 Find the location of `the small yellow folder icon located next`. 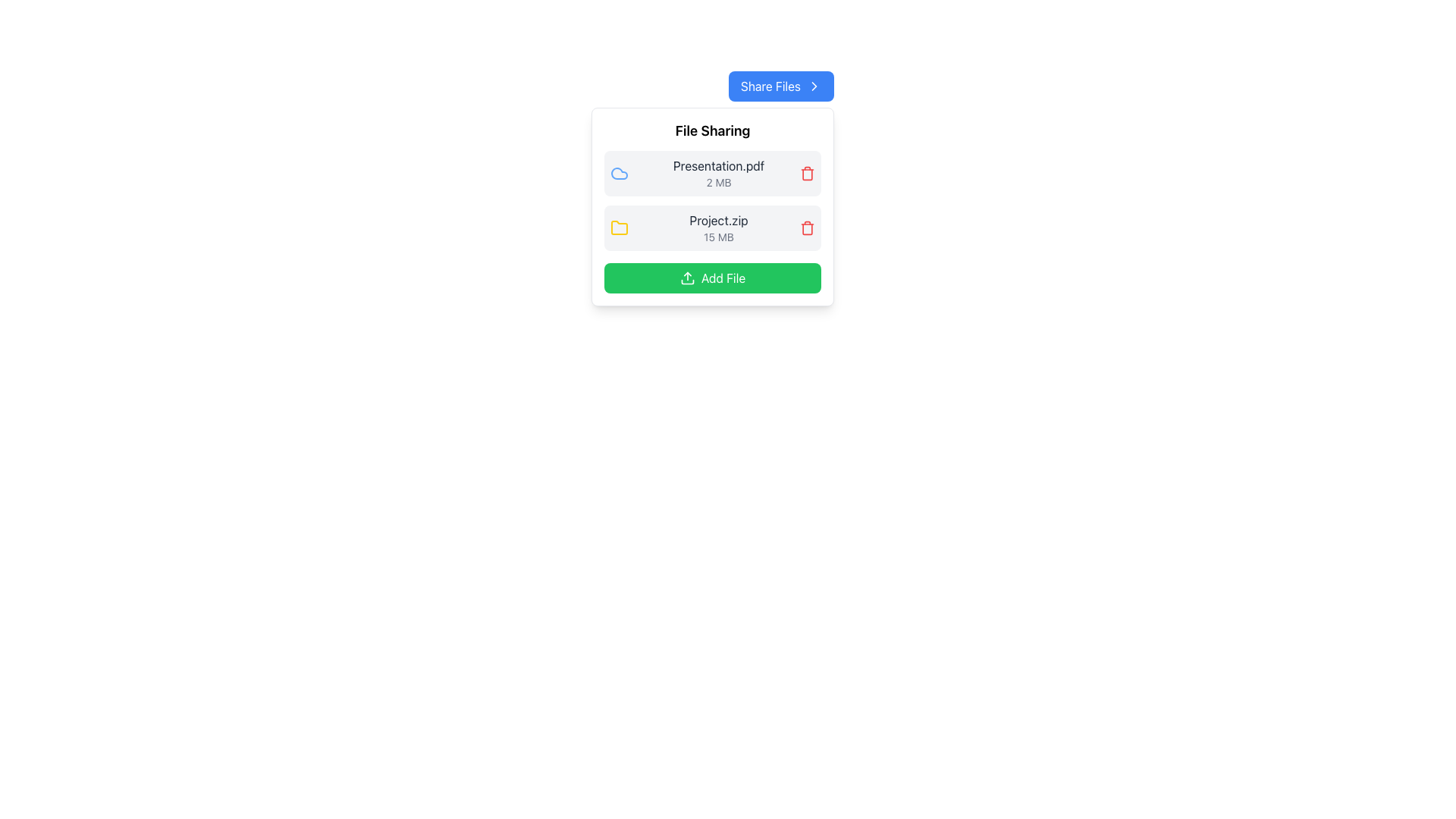

the small yellow folder icon located next is located at coordinates (620, 227).